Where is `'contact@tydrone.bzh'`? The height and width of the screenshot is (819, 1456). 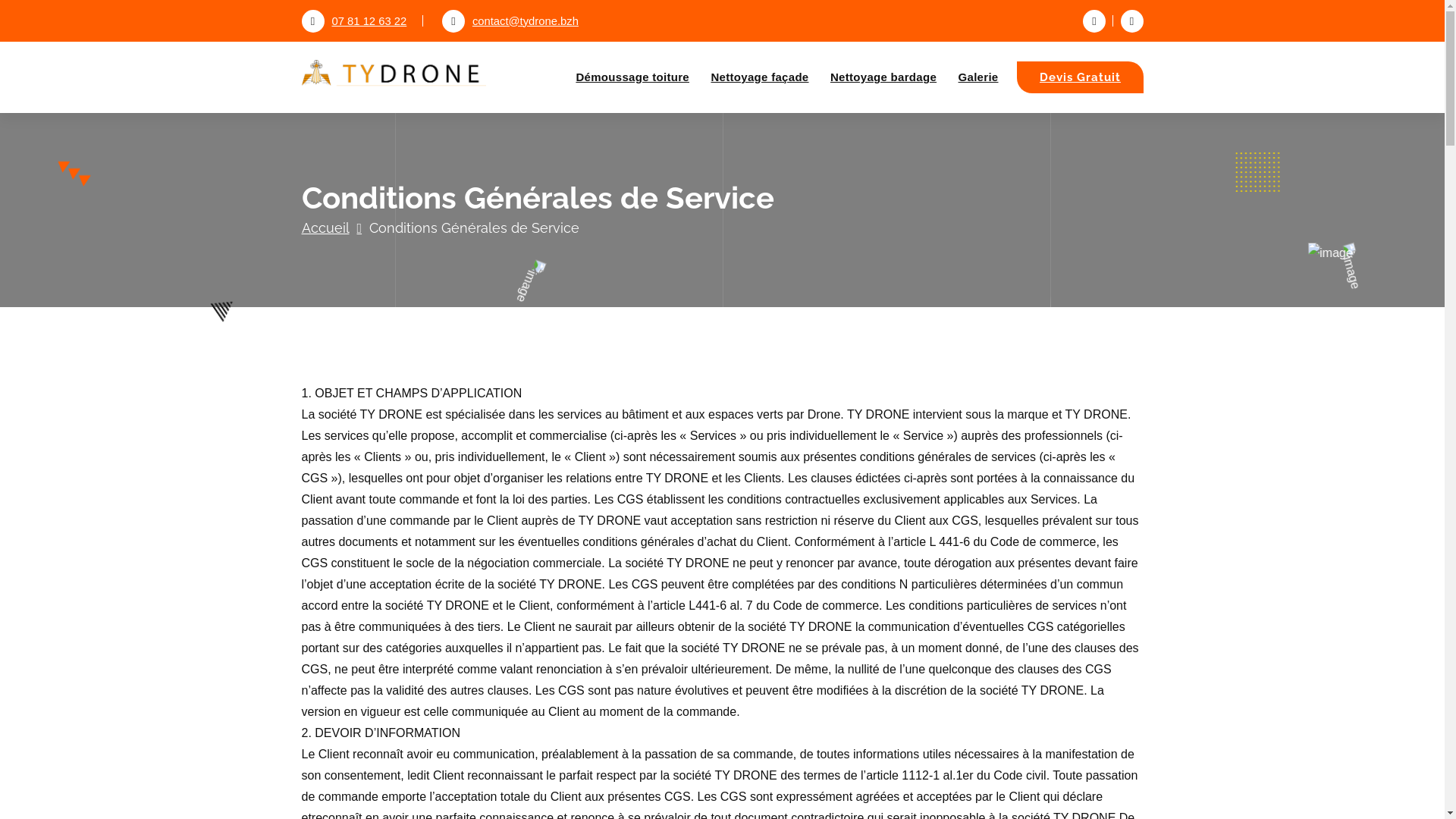
'contact@tydrone.bzh' is located at coordinates (441, 20).